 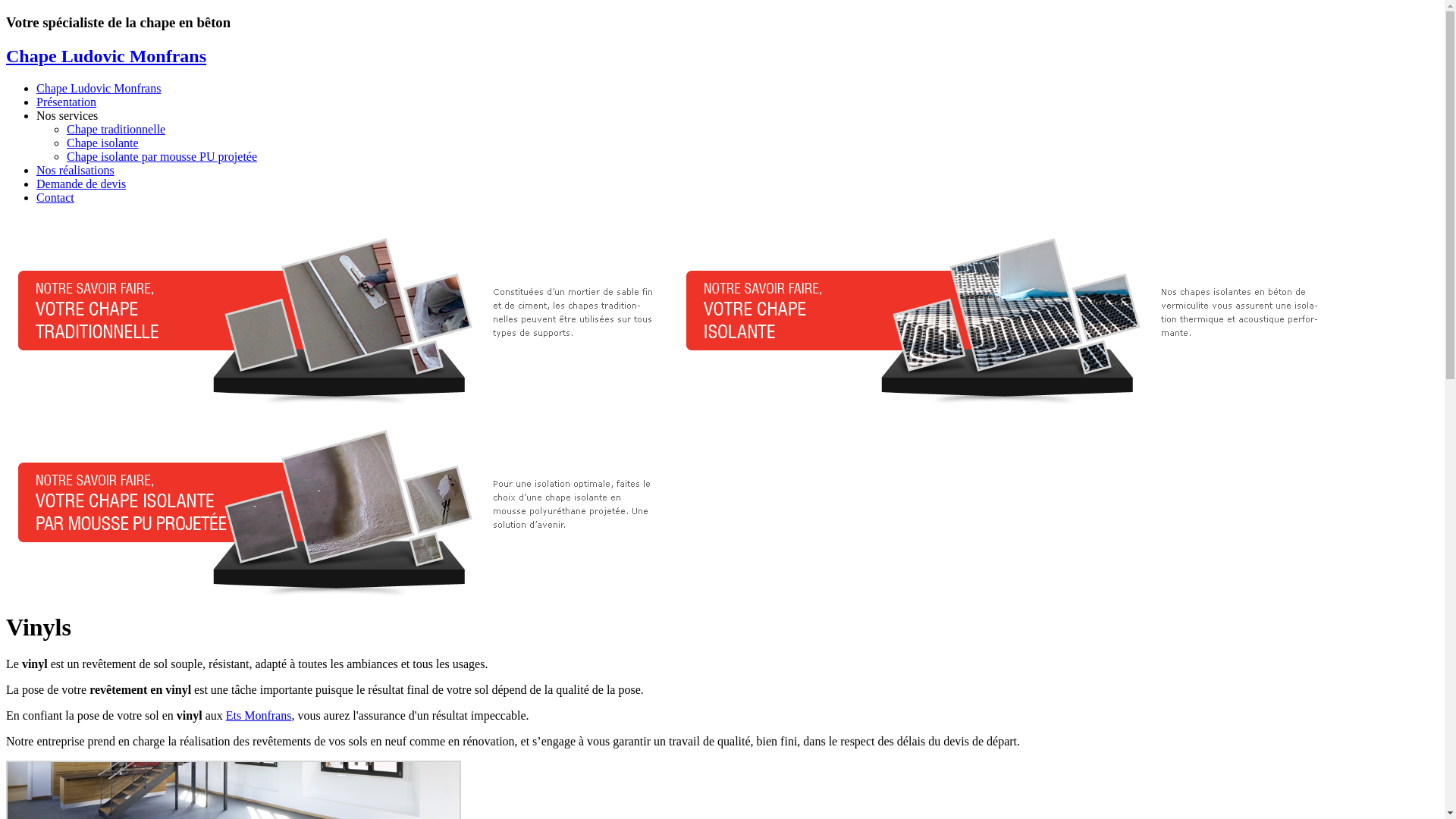 I want to click on 'Chape isolante', so click(x=102, y=143).